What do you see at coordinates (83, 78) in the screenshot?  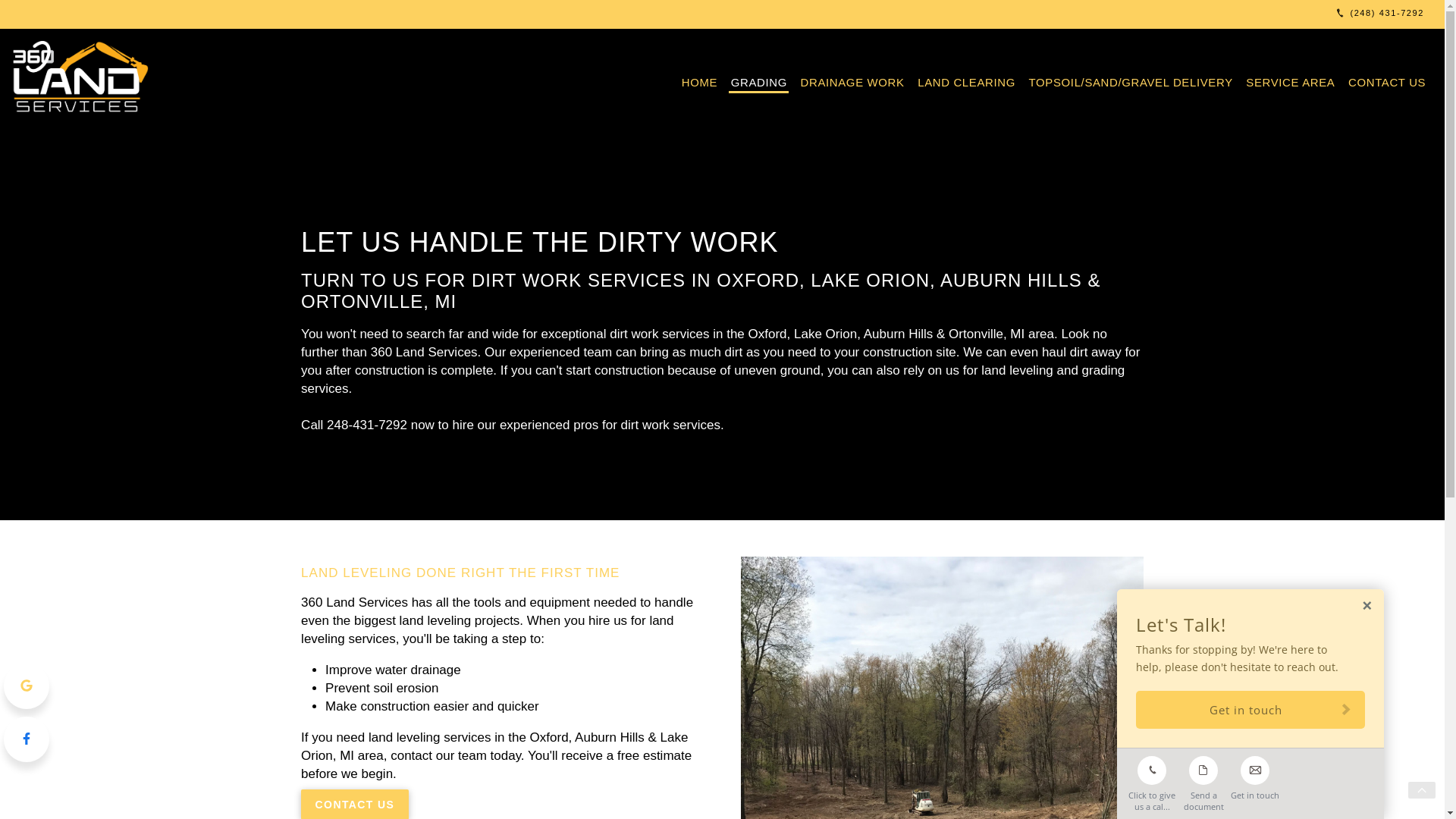 I see `'360 Land Services'` at bounding box center [83, 78].